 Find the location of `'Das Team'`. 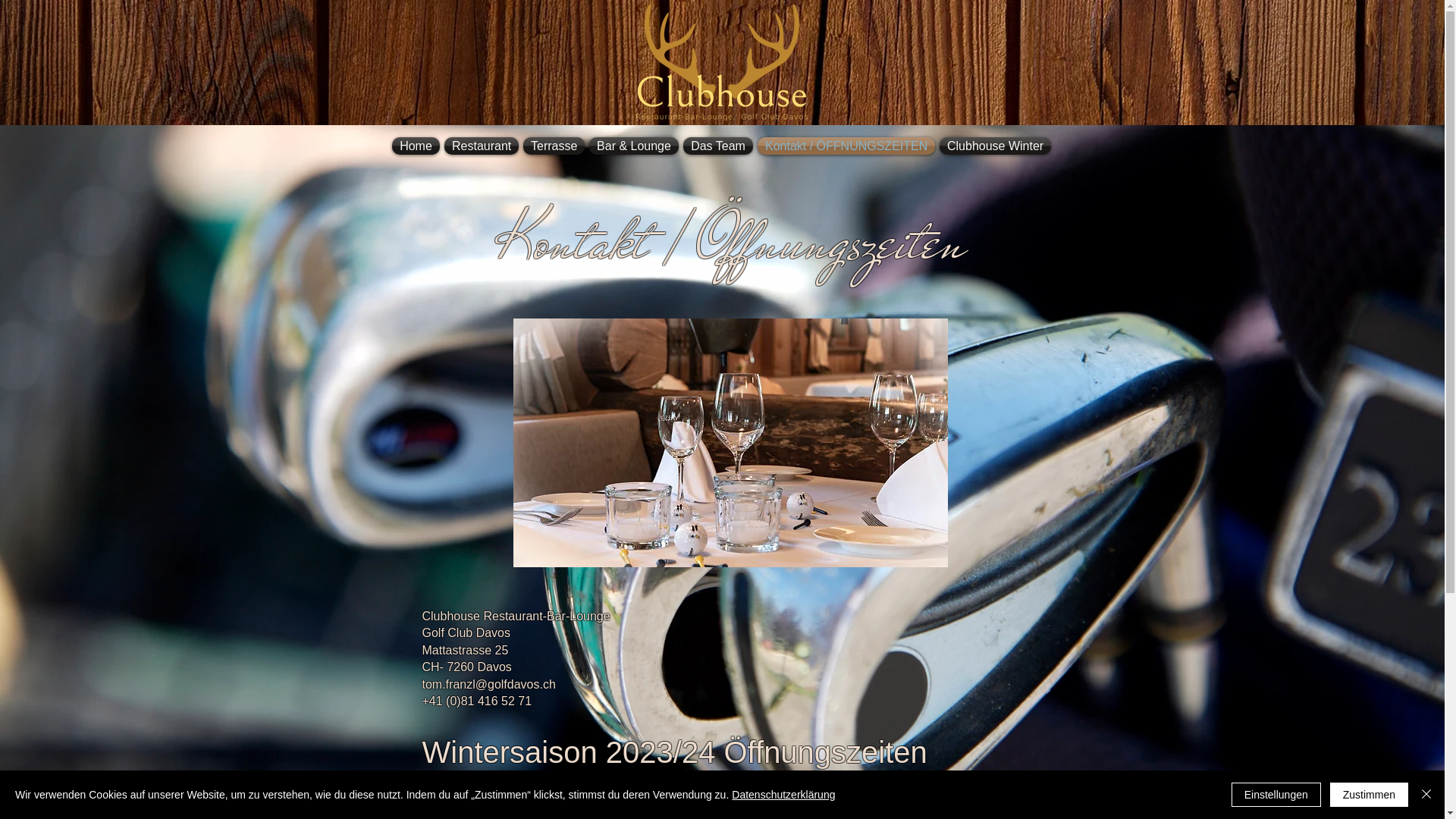

'Das Team' is located at coordinates (679, 146).